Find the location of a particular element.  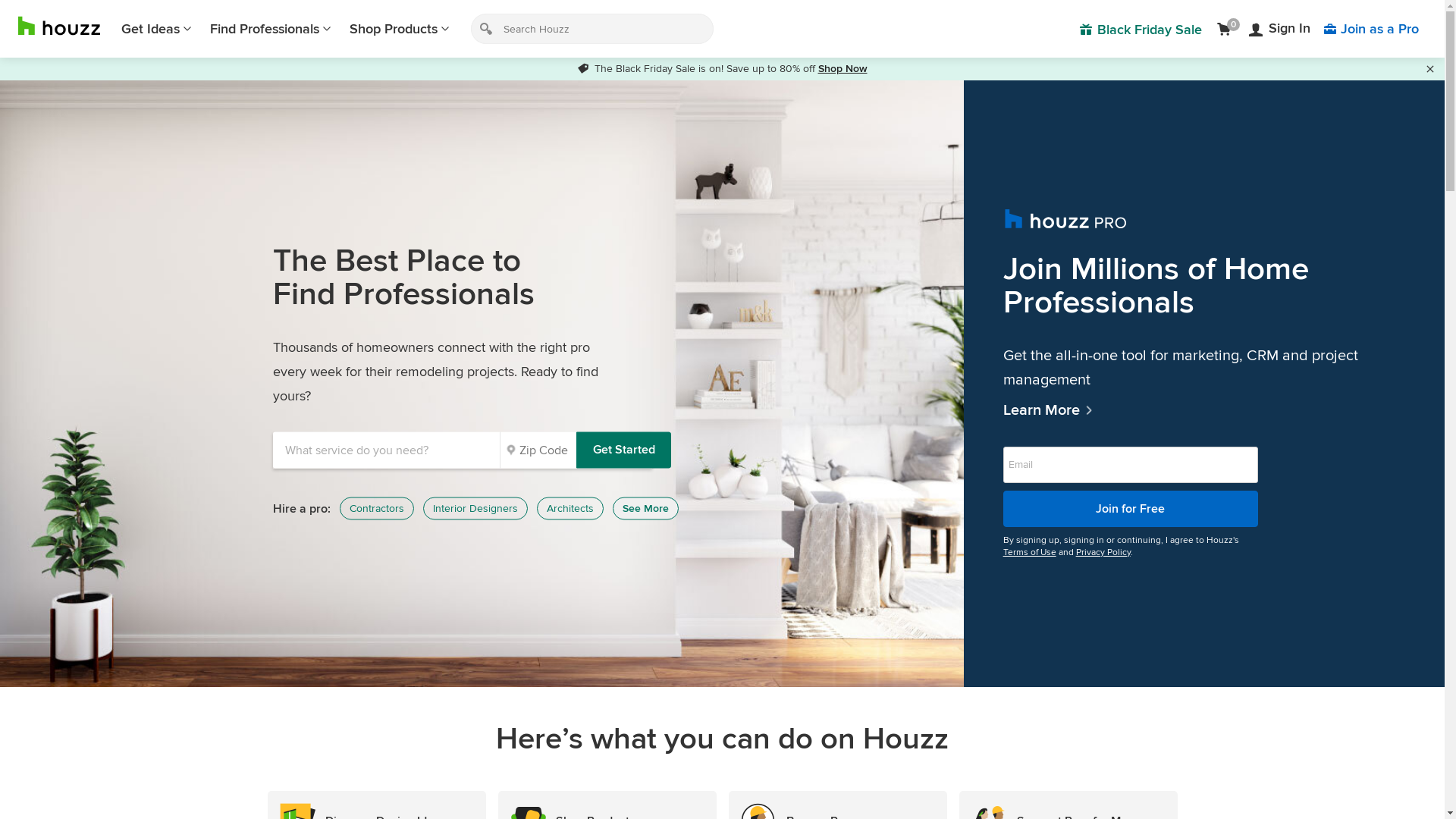

'Find Professionals' is located at coordinates (270, 29).